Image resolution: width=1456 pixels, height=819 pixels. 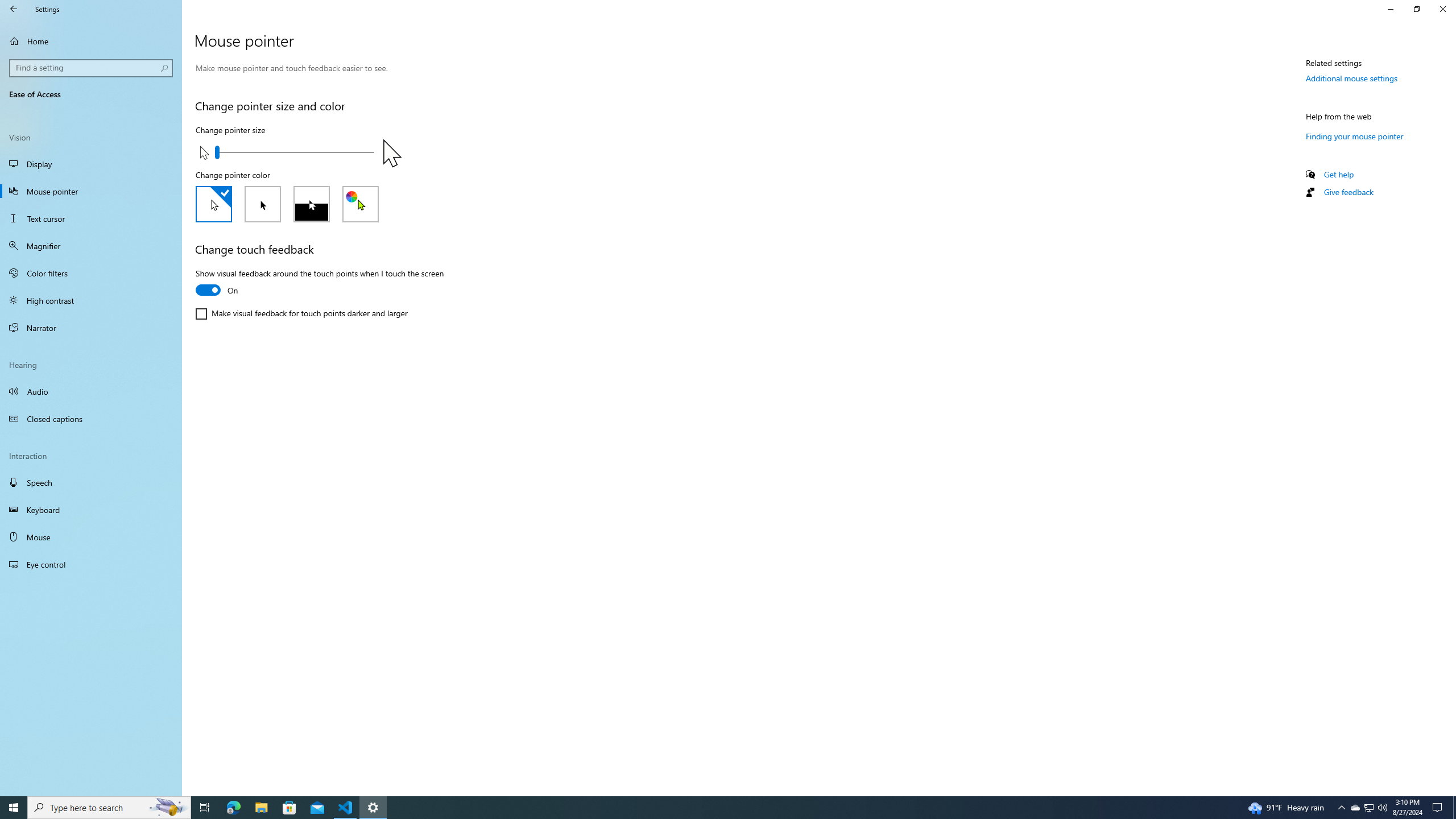 What do you see at coordinates (90, 536) in the screenshot?
I see `'Mouse'` at bounding box center [90, 536].